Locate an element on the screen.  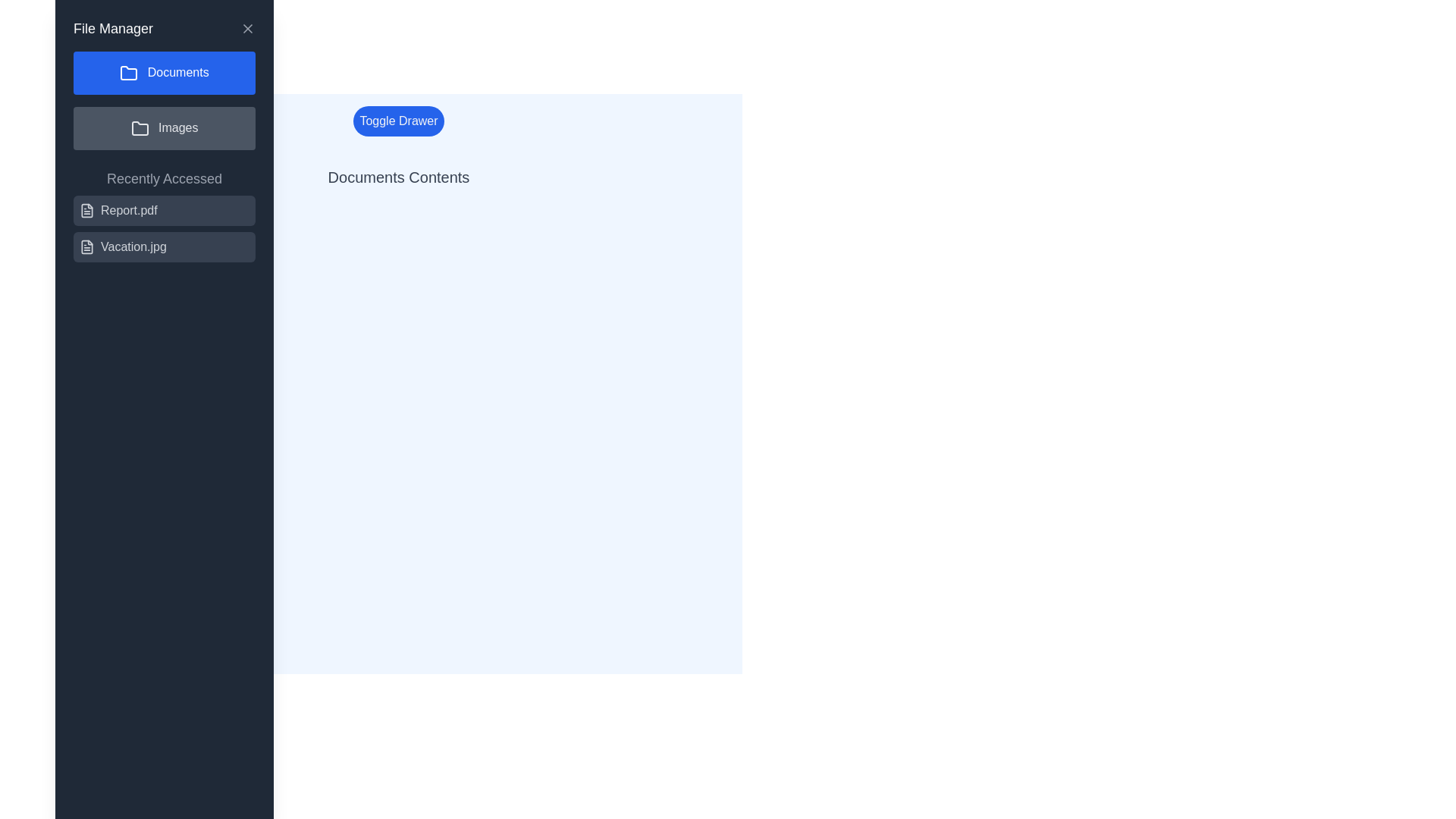
SVG element representing the 'Report.pdf' file icon, which is a document file icon with a folded corner, located in the 'Recently Accessed' section of the 'File Manager' panel is located at coordinates (86, 210).